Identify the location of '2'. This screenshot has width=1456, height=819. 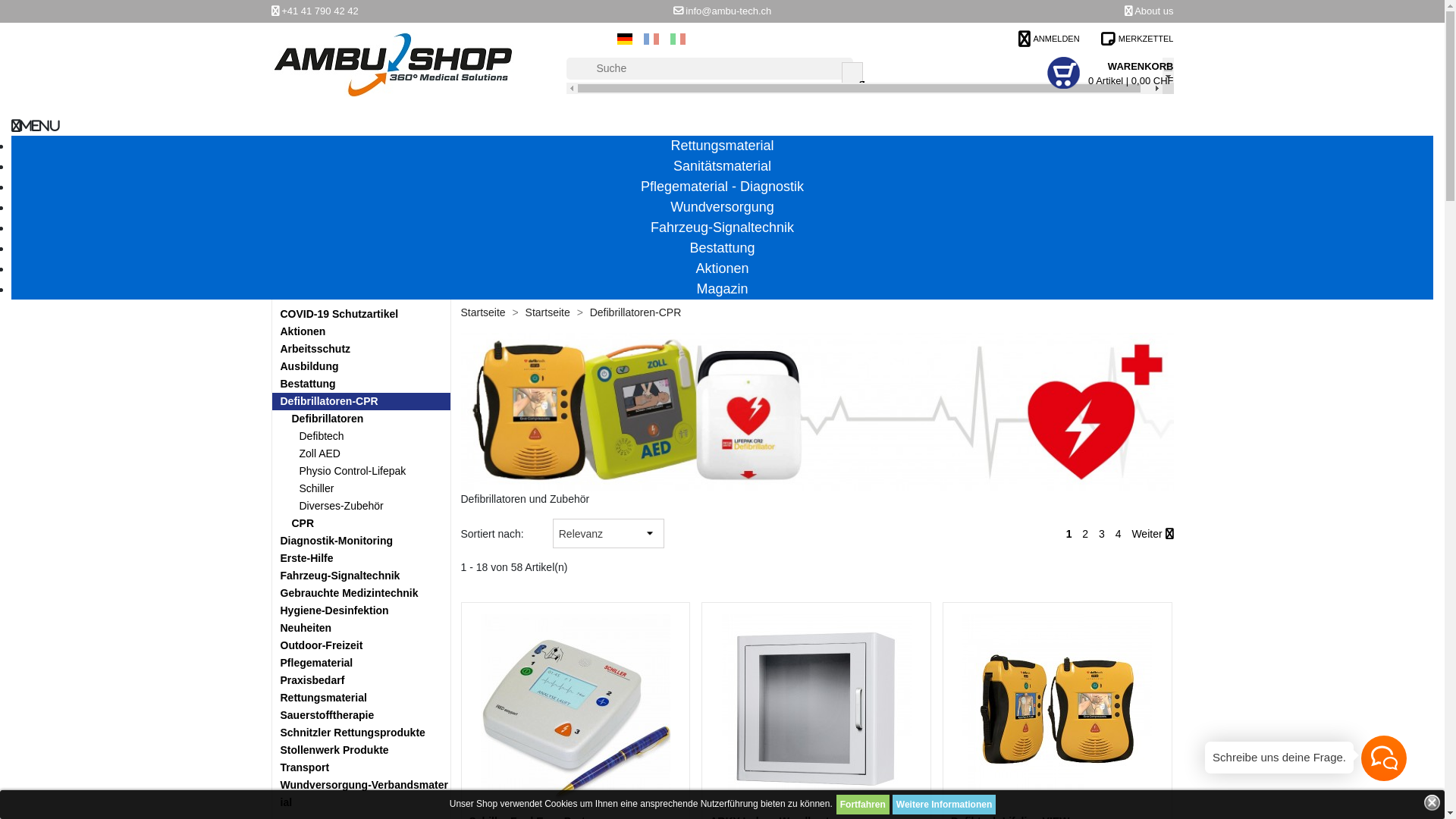
(1084, 533).